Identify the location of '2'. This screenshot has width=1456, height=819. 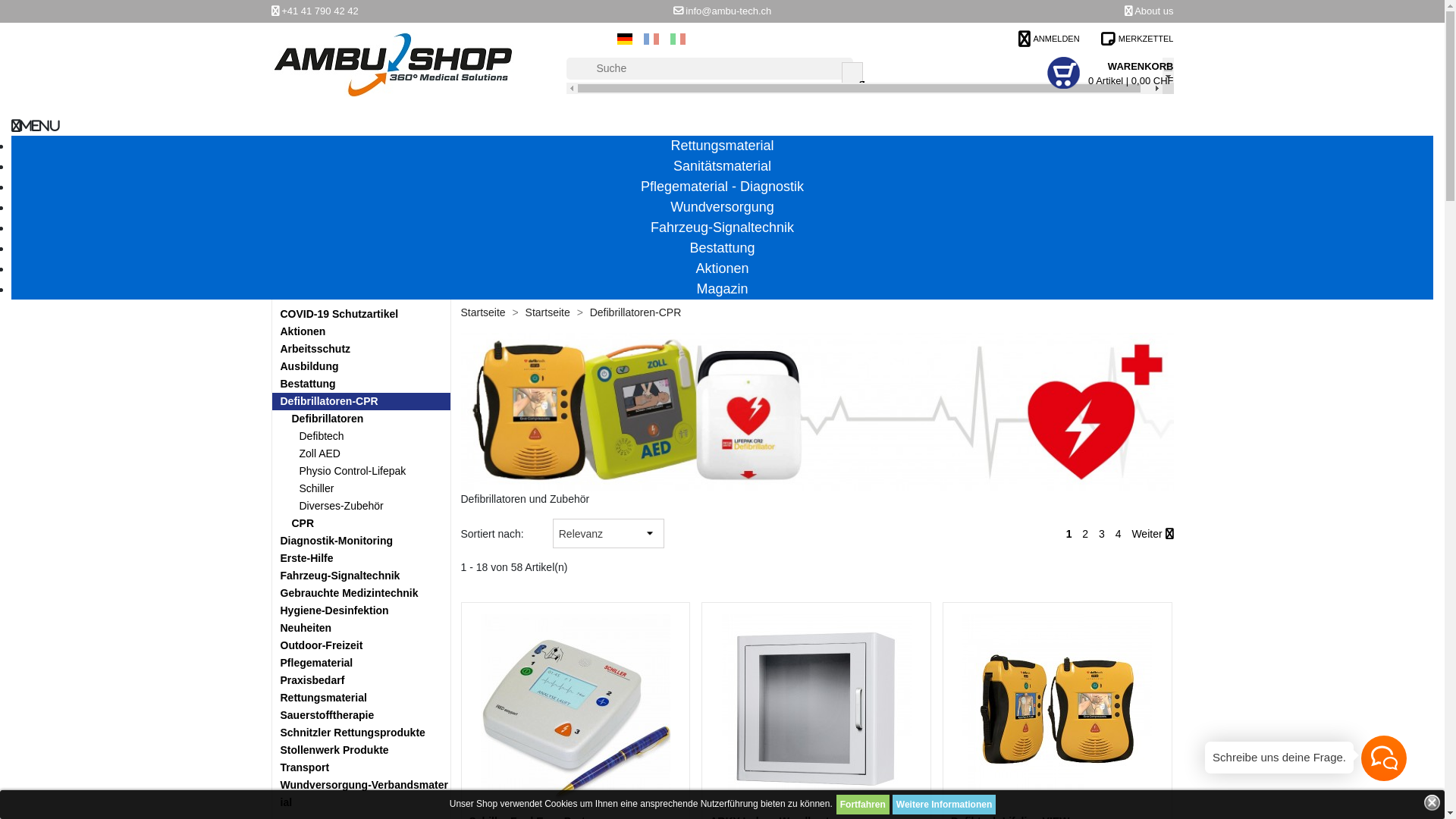
(1084, 533).